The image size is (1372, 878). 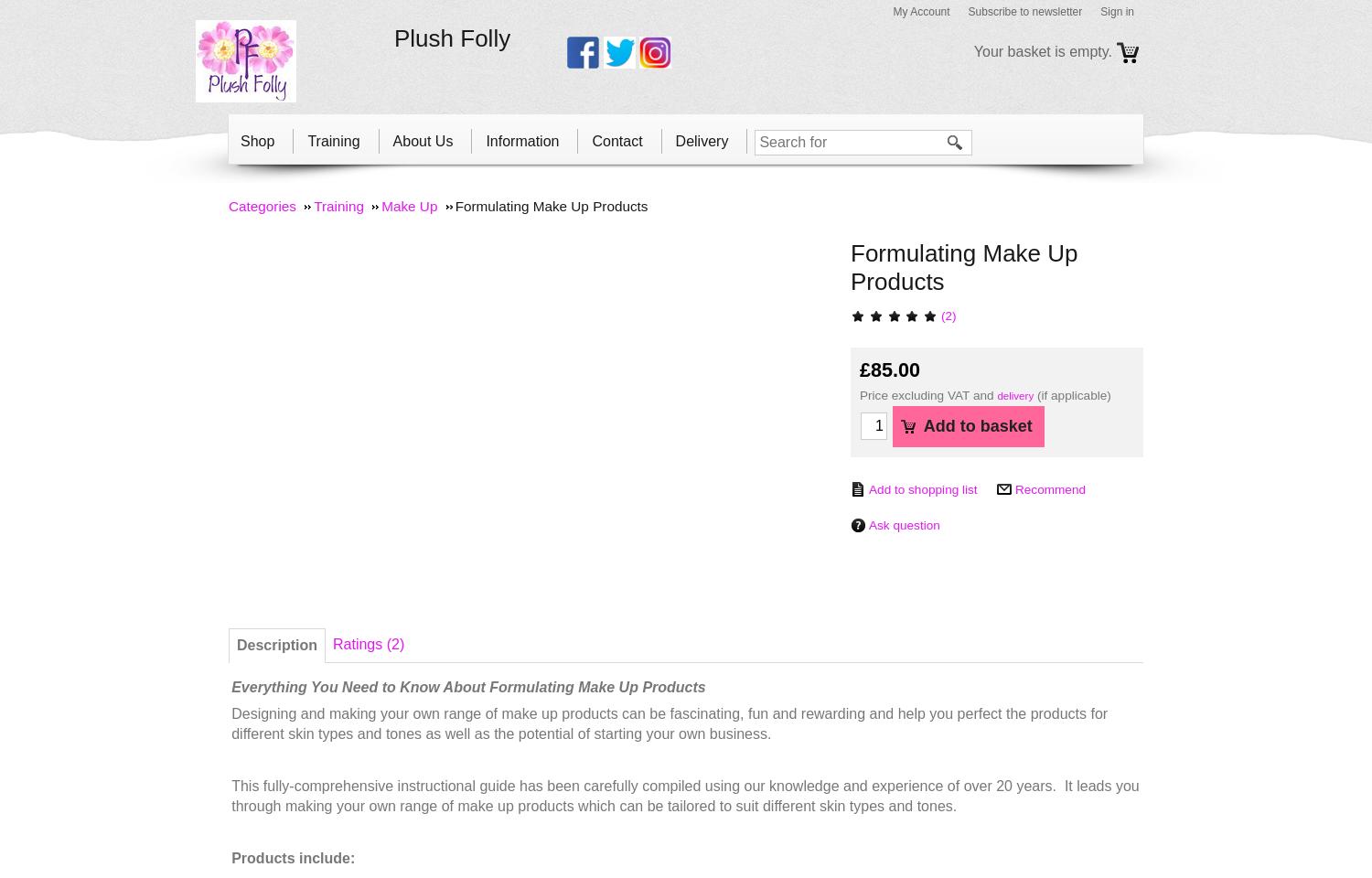 I want to click on 'Price excluding VAT and', so click(x=928, y=394).